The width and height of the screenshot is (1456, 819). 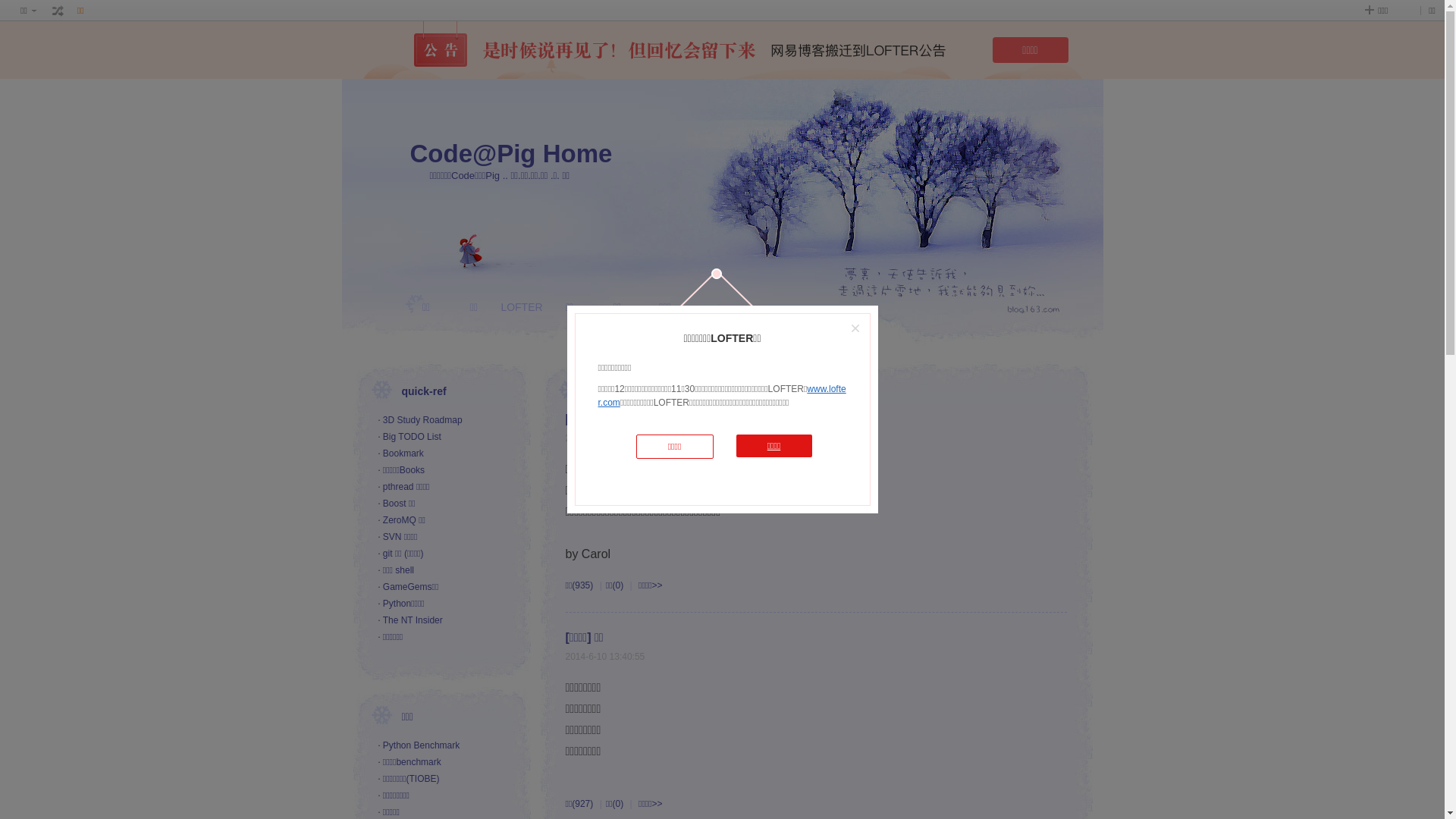 What do you see at coordinates (421, 745) in the screenshot?
I see `'Python Benchmark'` at bounding box center [421, 745].